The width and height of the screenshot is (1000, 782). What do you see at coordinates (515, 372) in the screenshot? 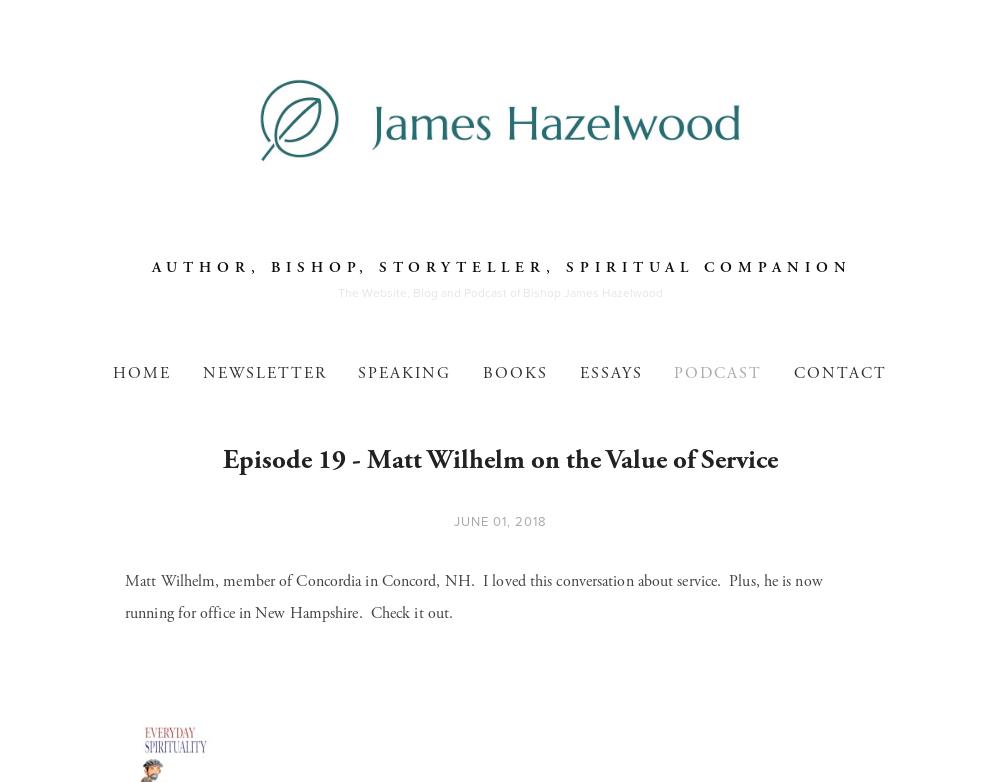
I see `'Books'` at bounding box center [515, 372].